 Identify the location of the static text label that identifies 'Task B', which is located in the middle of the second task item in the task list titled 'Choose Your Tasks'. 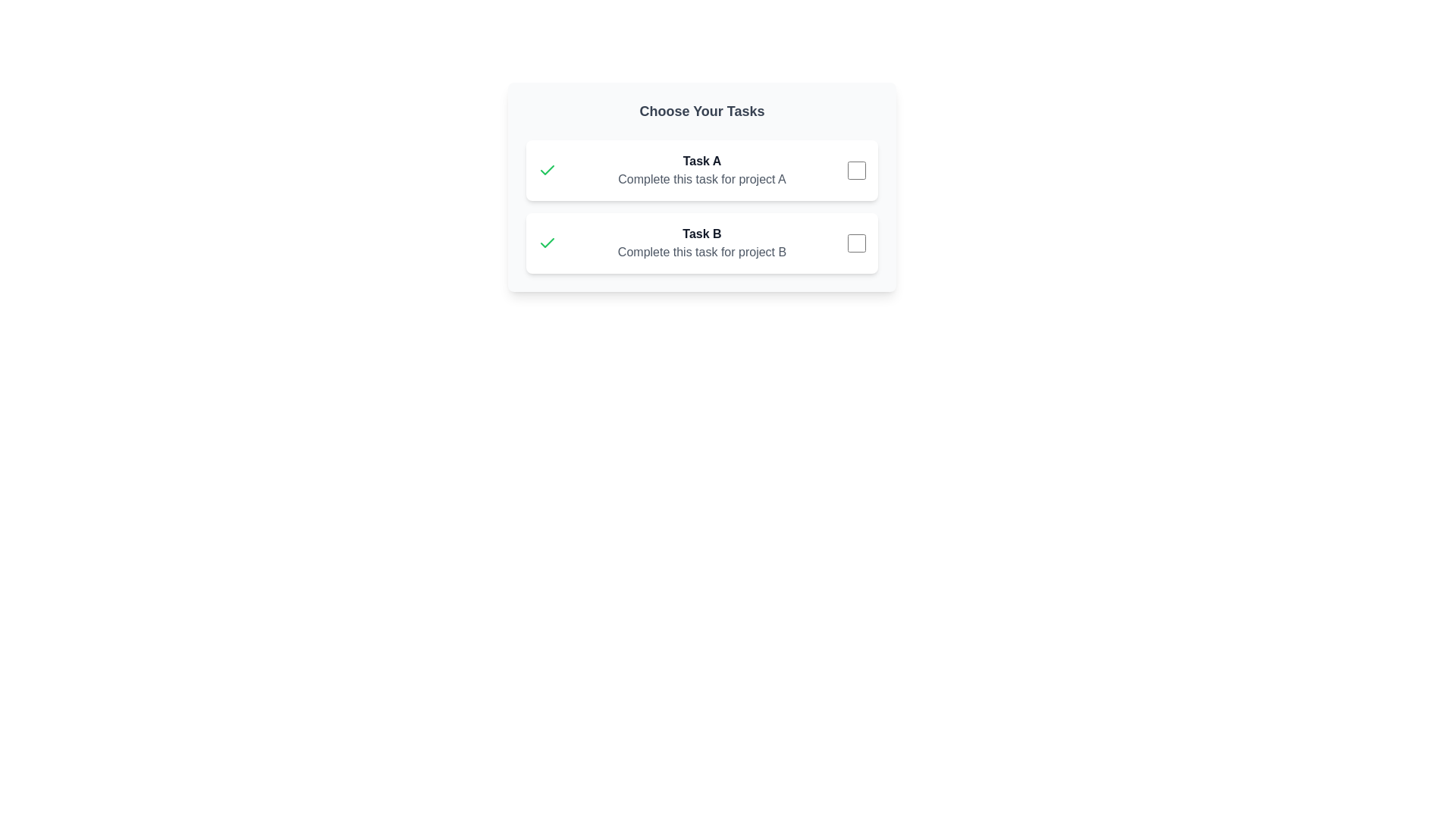
(701, 234).